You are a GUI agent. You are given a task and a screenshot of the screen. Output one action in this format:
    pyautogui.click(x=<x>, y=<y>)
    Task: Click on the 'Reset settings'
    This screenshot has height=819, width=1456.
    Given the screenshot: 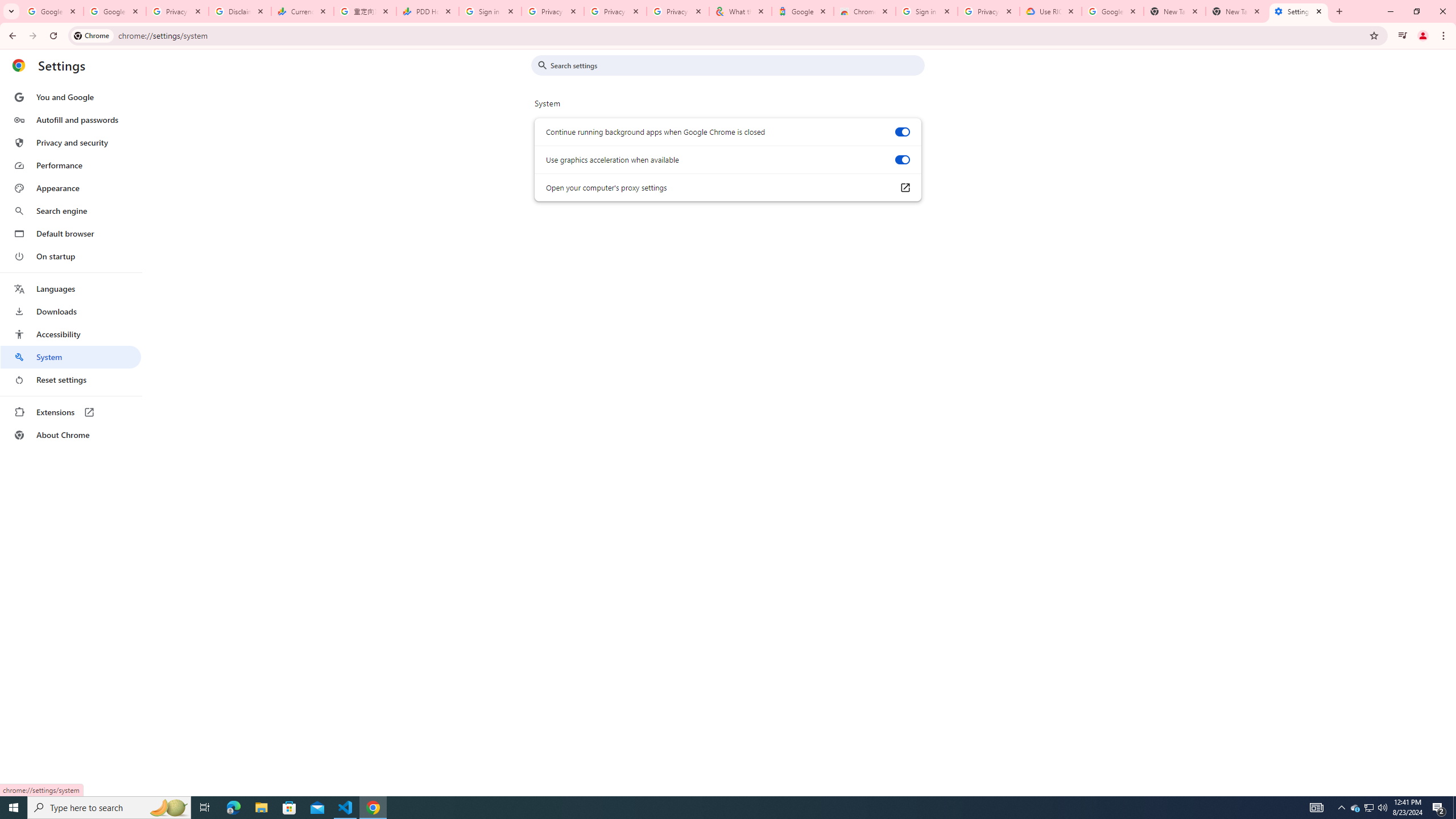 What is the action you would take?
    pyautogui.click(x=70, y=379)
    